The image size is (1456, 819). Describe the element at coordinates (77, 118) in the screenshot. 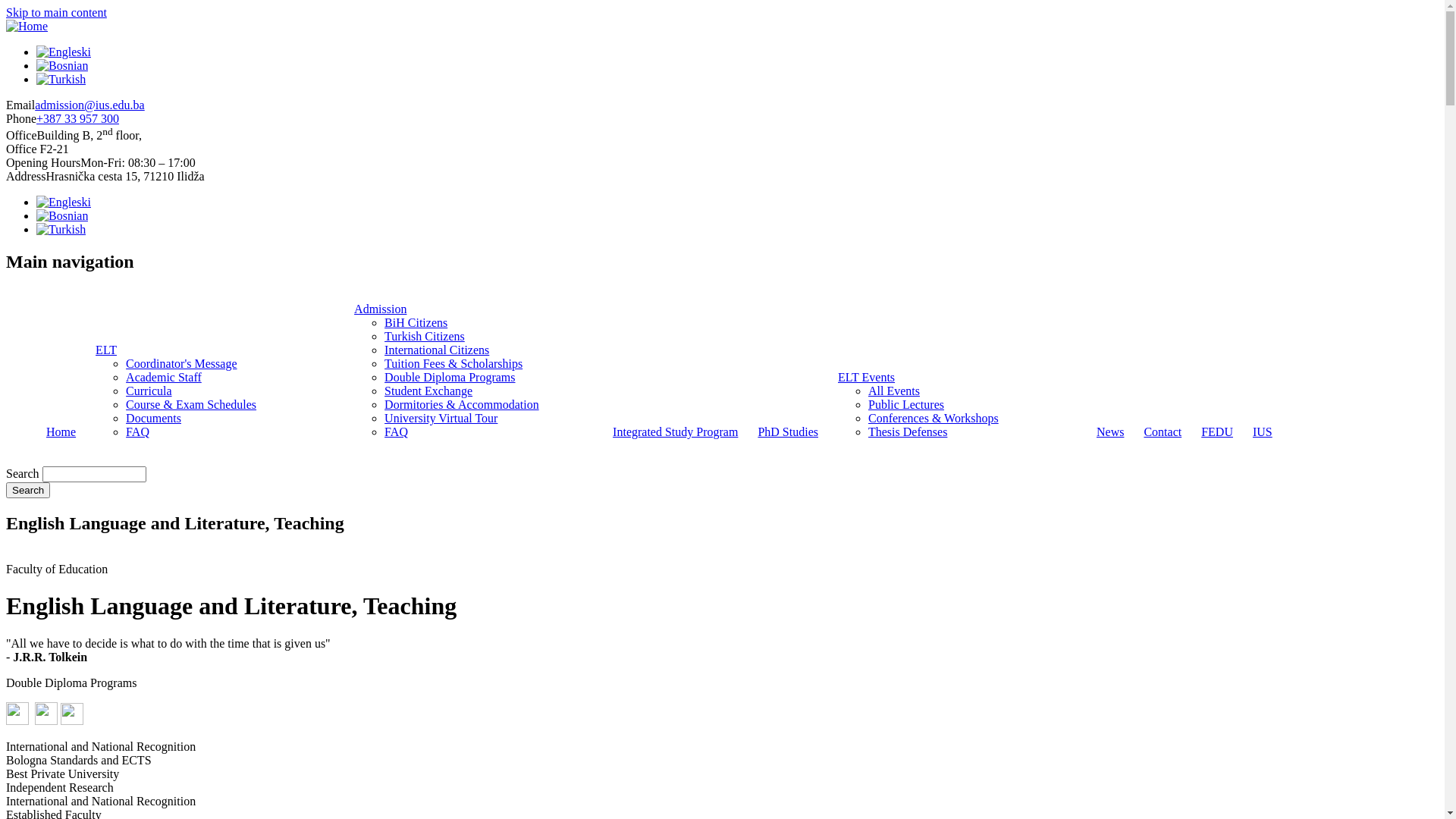

I see `'+387 33 957 300'` at that location.